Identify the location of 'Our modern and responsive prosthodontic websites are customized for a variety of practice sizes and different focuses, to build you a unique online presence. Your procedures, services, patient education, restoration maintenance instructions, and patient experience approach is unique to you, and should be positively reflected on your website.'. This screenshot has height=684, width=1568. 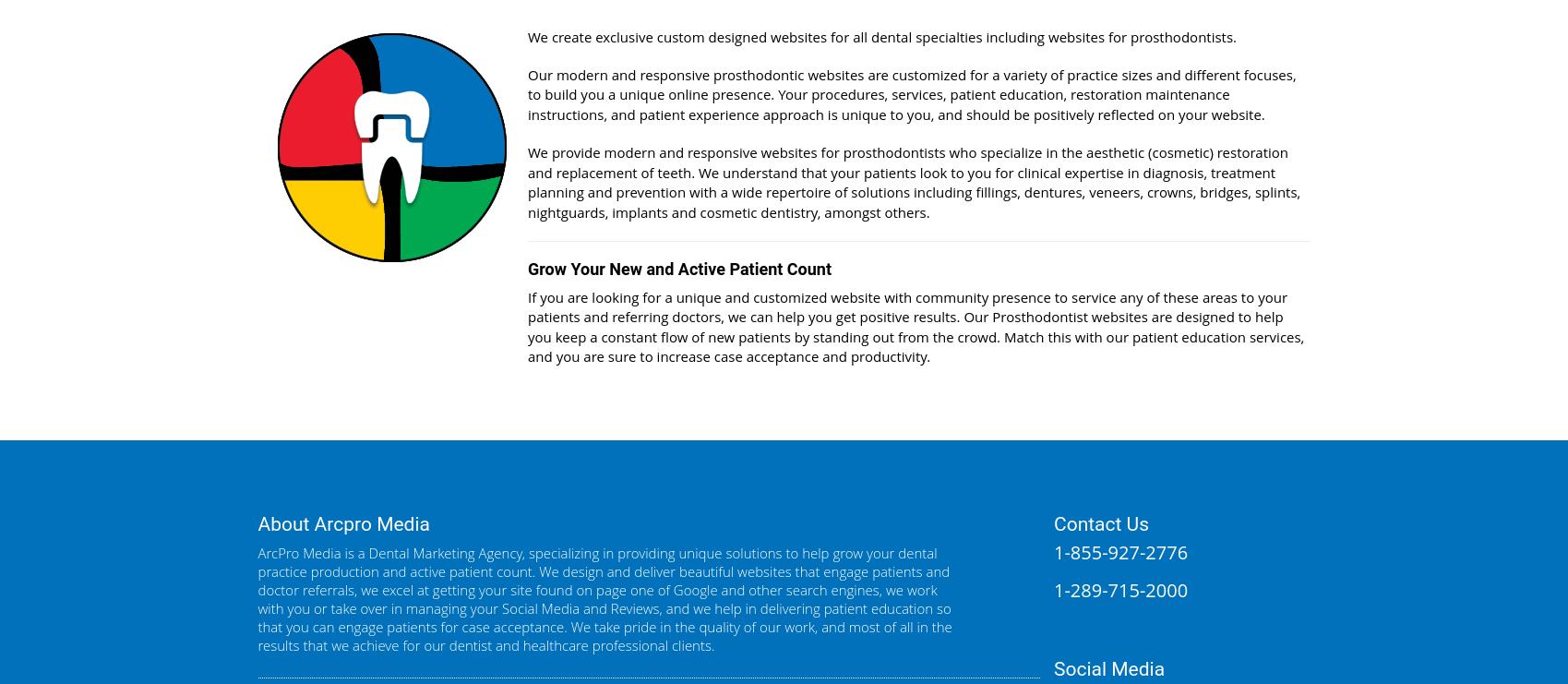
(911, 94).